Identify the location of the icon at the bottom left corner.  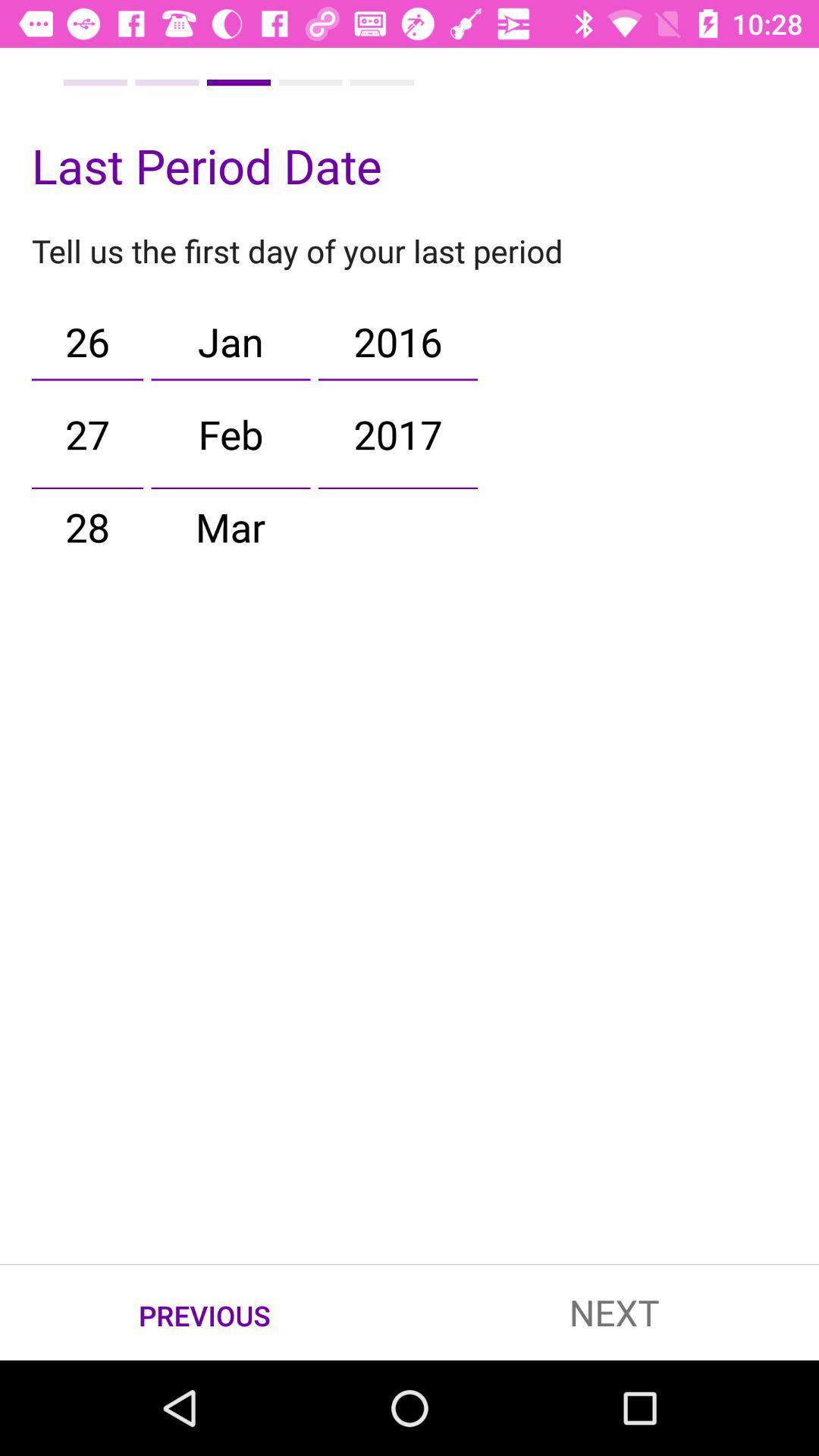
(205, 1313).